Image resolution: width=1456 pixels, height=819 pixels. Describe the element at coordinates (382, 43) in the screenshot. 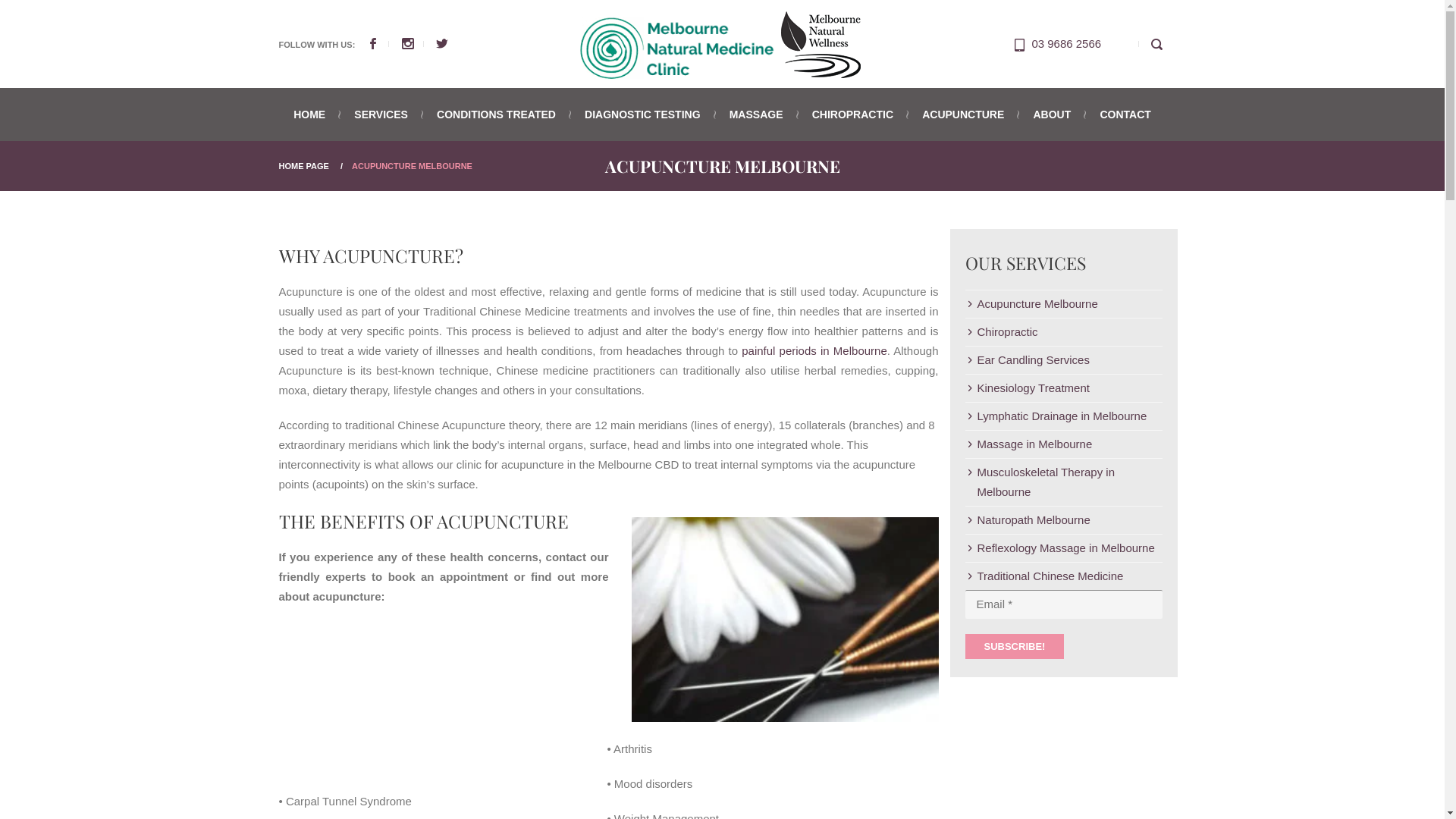

I see `'Facebook'` at that location.